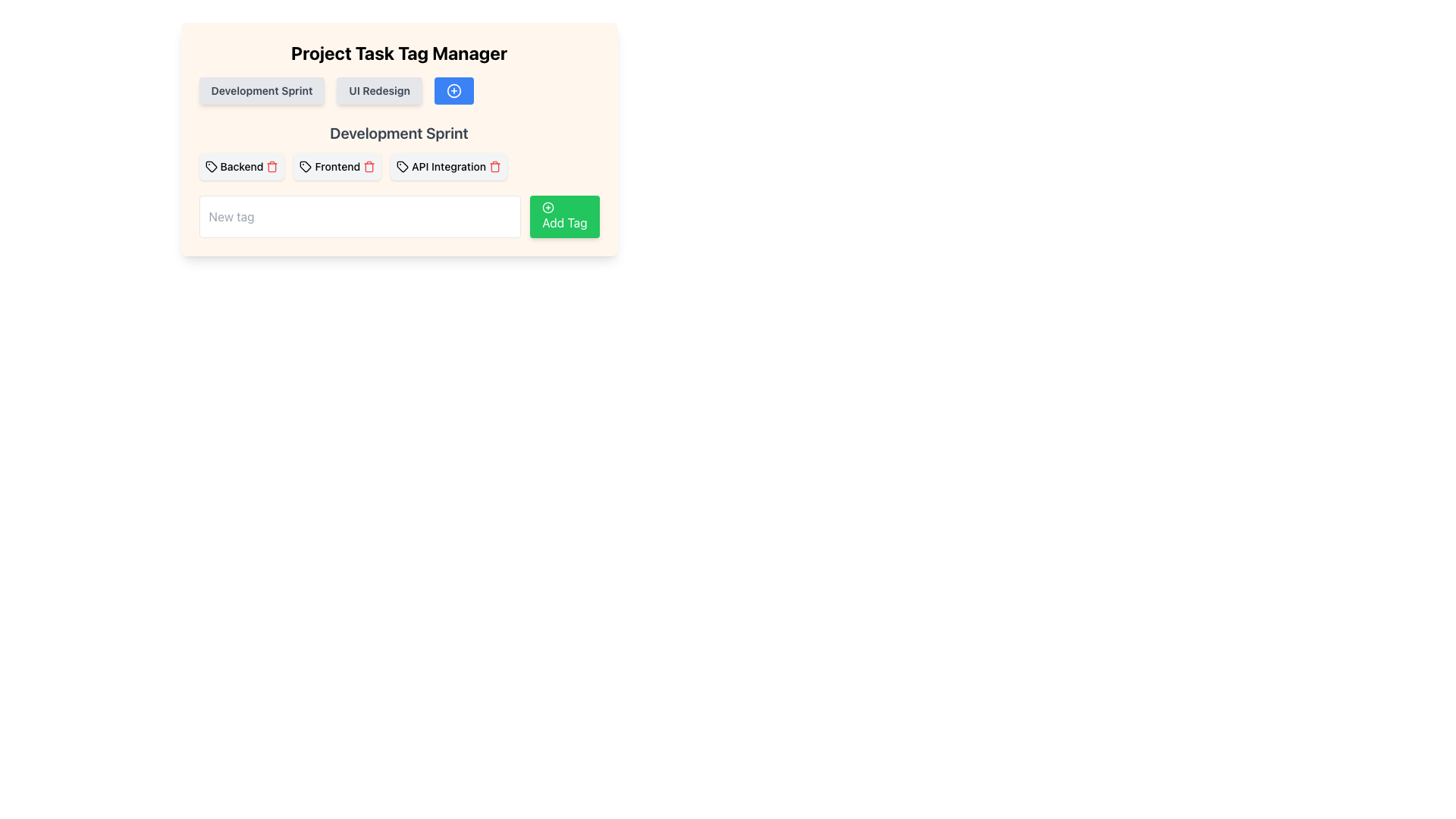 The image size is (1456, 819). Describe the element at coordinates (403, 166) in the screenshot. I see `the SVG icon styled as a simplified tag symbol, which is located to the left of the 'API Integration' text in the tag component under 'Development Sprint'` at that location.